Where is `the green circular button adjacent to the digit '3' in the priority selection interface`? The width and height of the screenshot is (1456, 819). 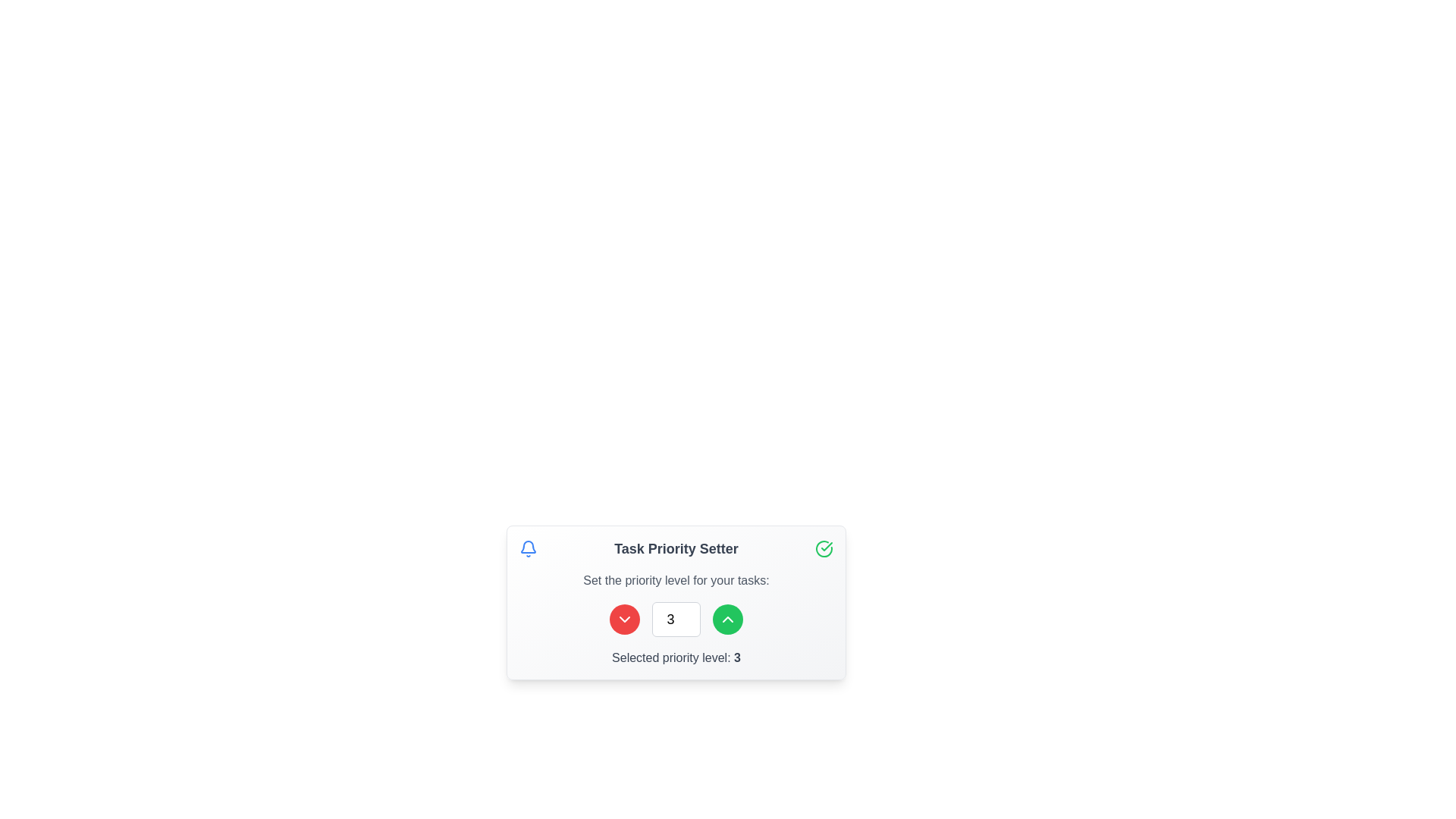
the green circular button adjacent to the digit '3' in the priority selection interface is located at coordinates (728, 620).